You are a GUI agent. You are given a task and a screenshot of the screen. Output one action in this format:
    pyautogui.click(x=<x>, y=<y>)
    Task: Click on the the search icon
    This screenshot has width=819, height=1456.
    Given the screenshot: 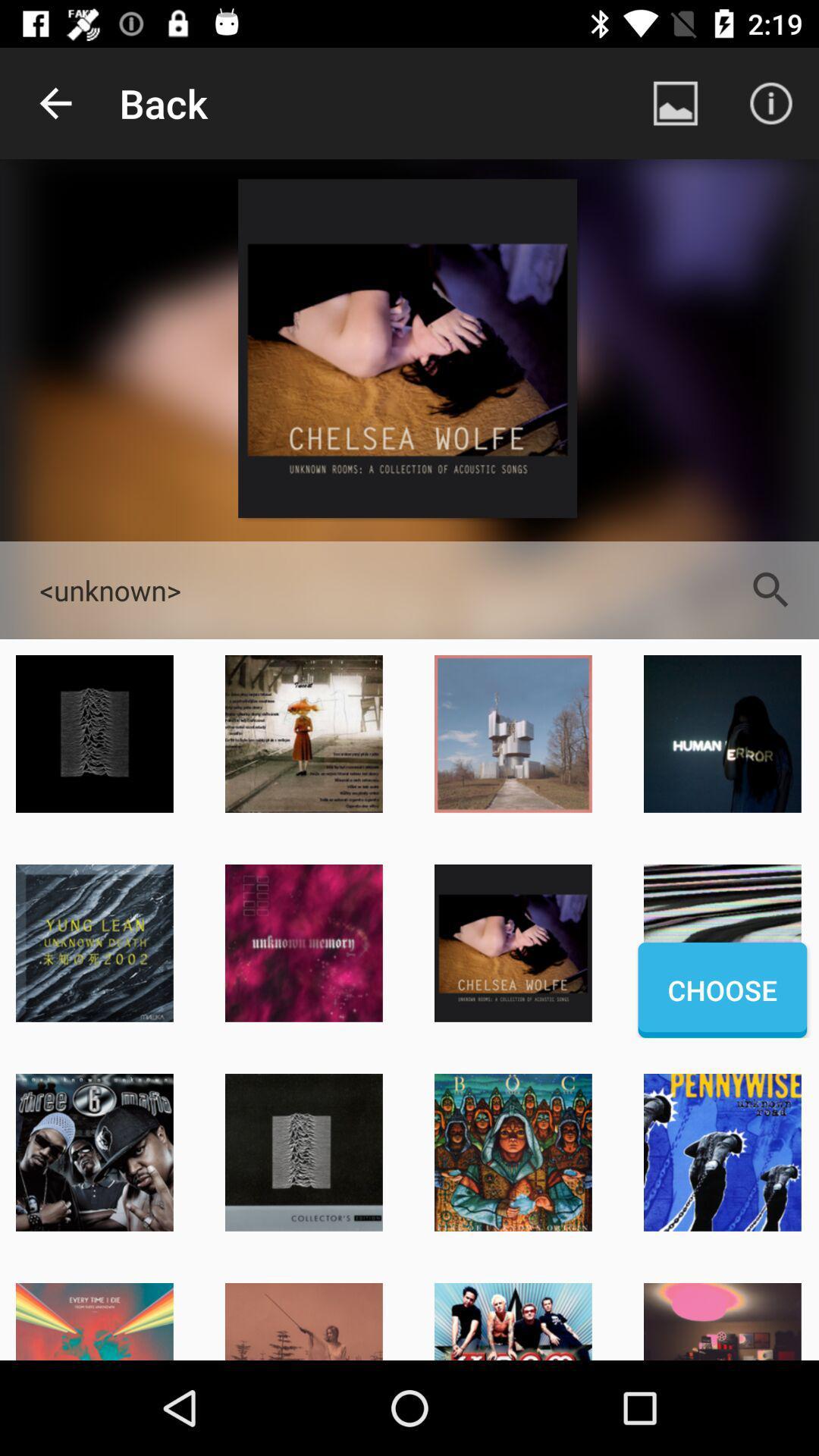 What is the action you would take?
    pyautogui.click(x=771, y=589)
    